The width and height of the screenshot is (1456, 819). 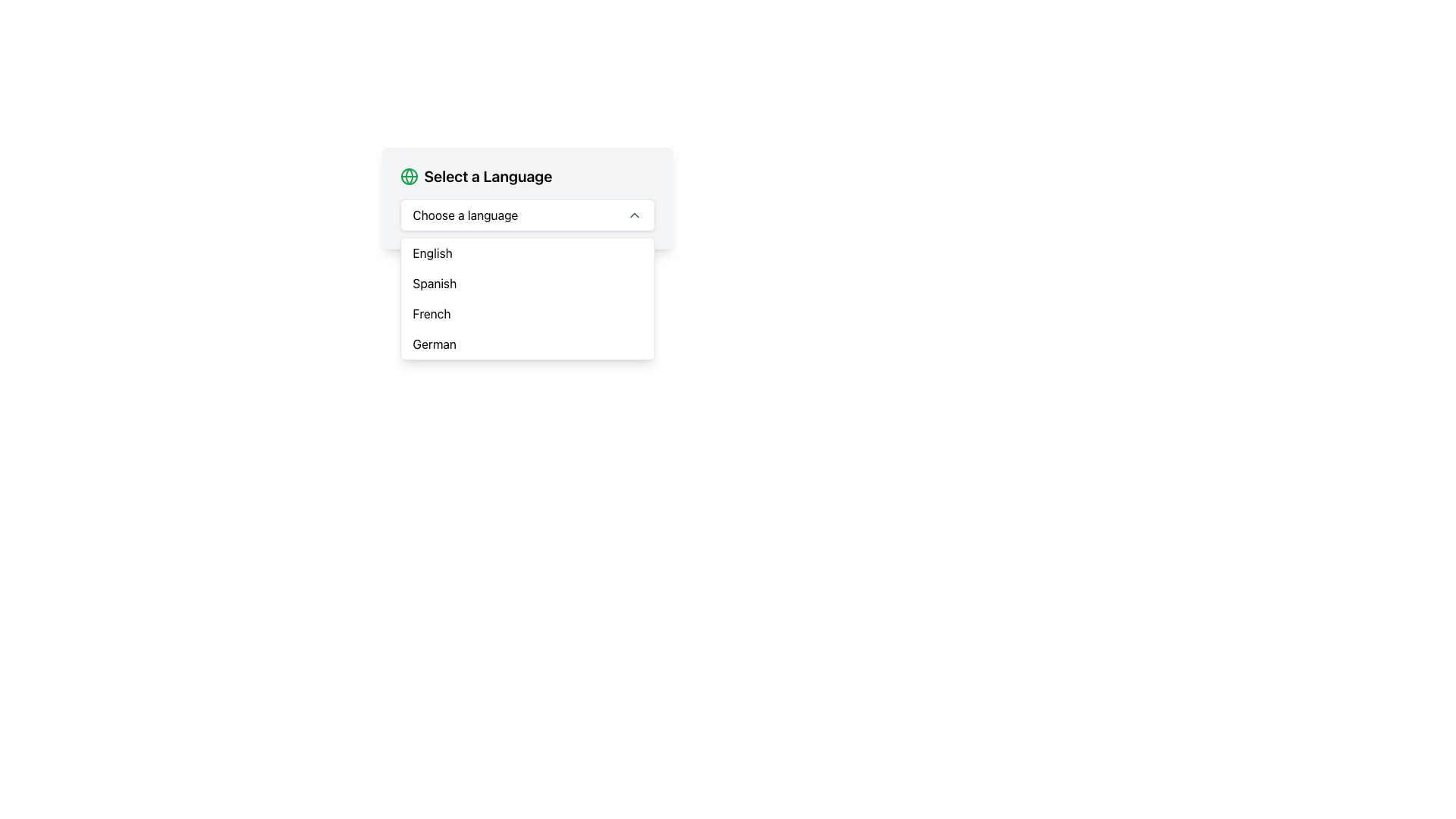 I want to click on the 'Spanish' option in the language selection dropdown menu, so click(x=434, y=284).